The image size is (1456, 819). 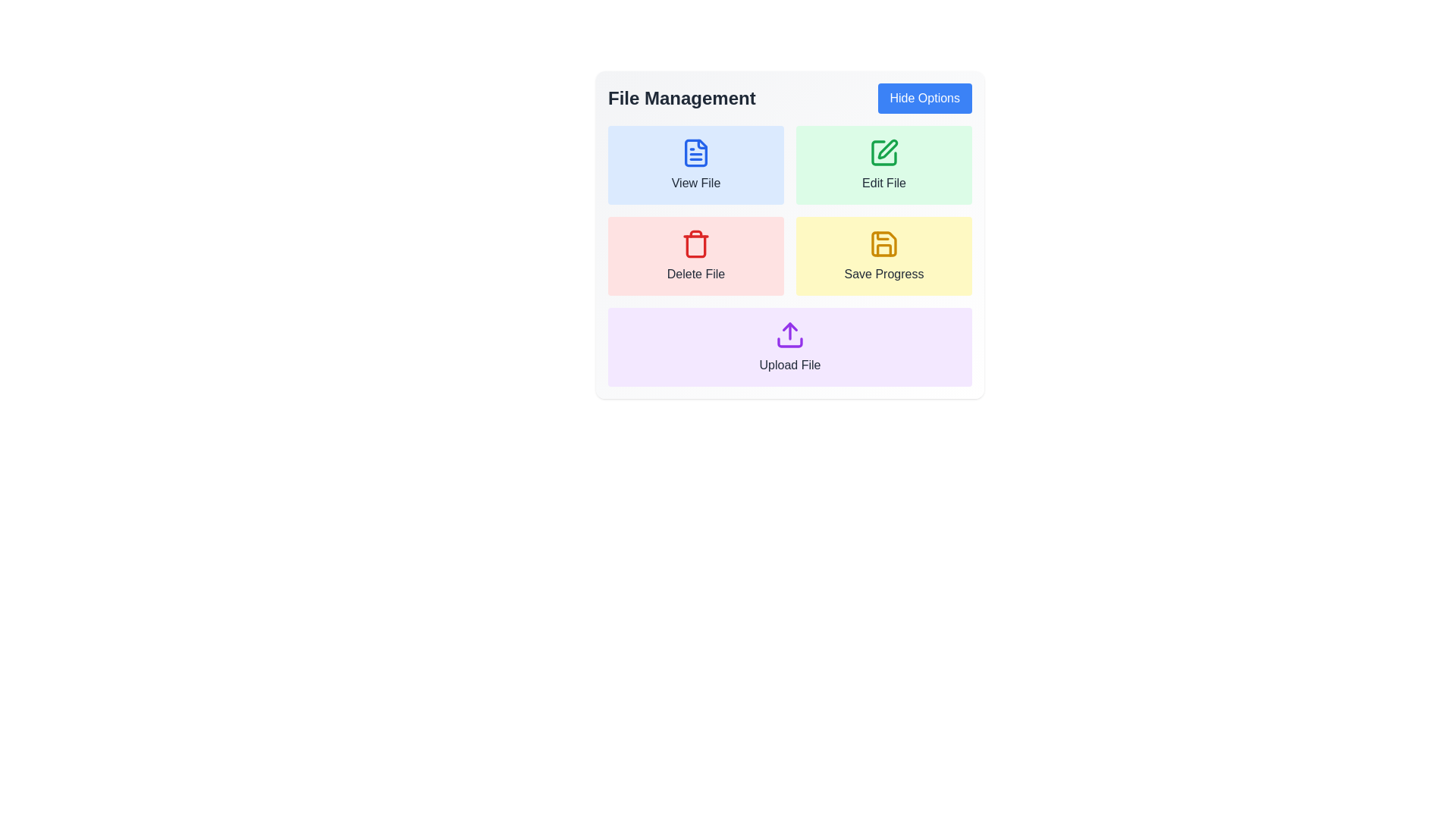 What do you see at coordinates (695, 165) in the screenshot?
I see `the 'View File' button located in the top-left corner of the 'File Management' section` at bounding box center [695, 165].